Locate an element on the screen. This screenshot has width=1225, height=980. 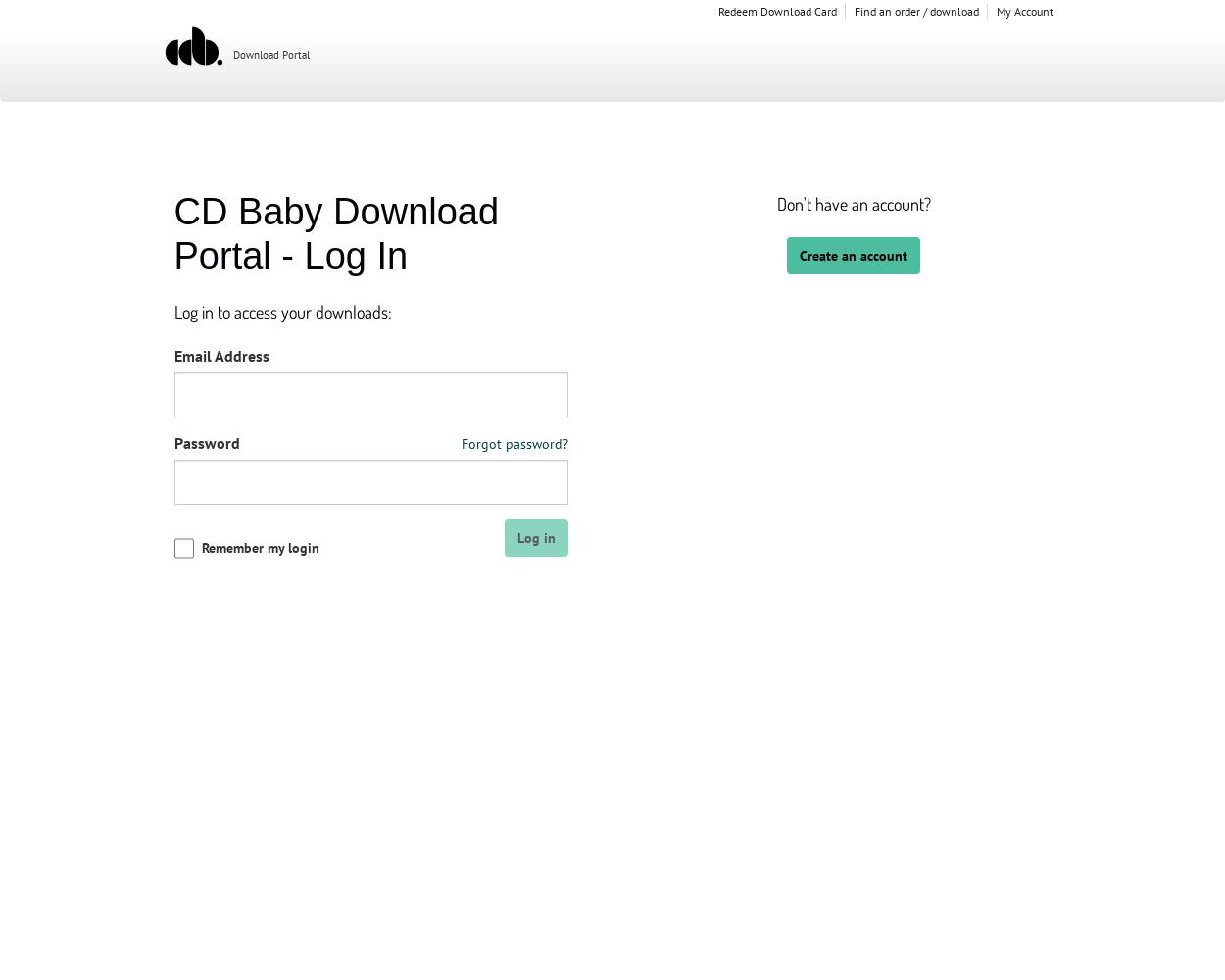
'Email Address' is located at coordinates (173, 355).